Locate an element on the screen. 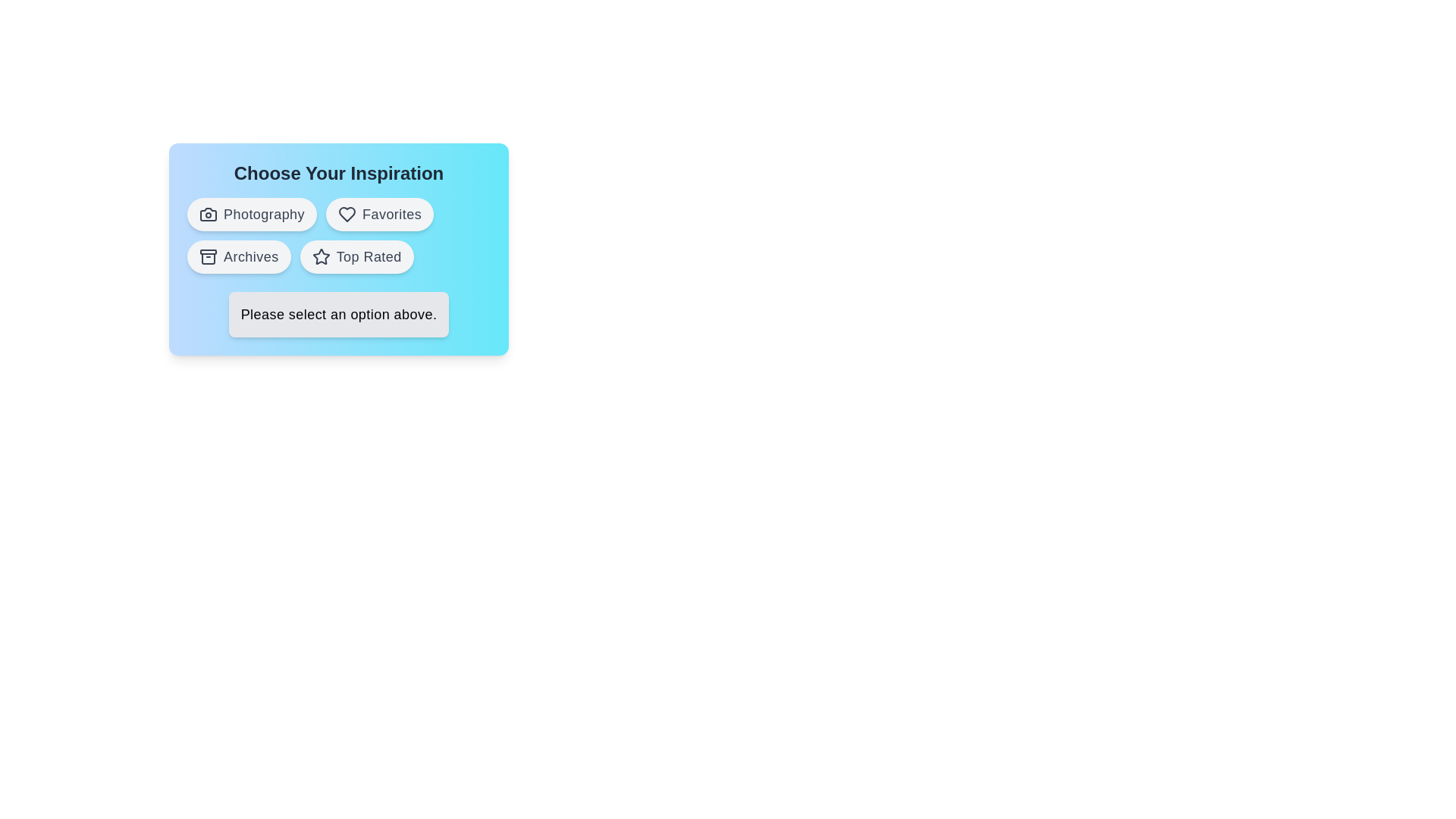  the topmost rectangular shape of the SVG icon resembling an archive box, which serves as the lid of the box is located at coordinates (207, 251).